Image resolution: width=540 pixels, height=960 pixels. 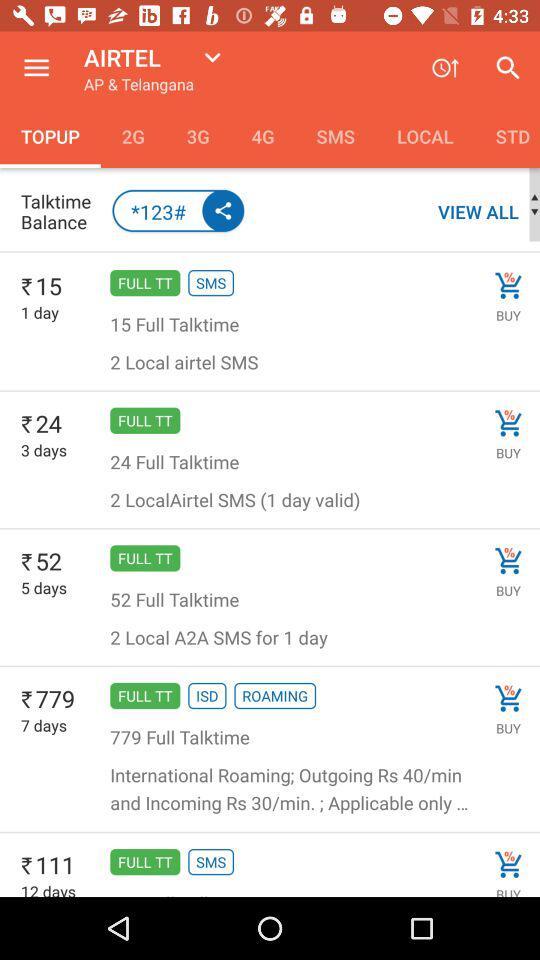 I want to click on the icon next to airtel item, so click(x=36, y=68).